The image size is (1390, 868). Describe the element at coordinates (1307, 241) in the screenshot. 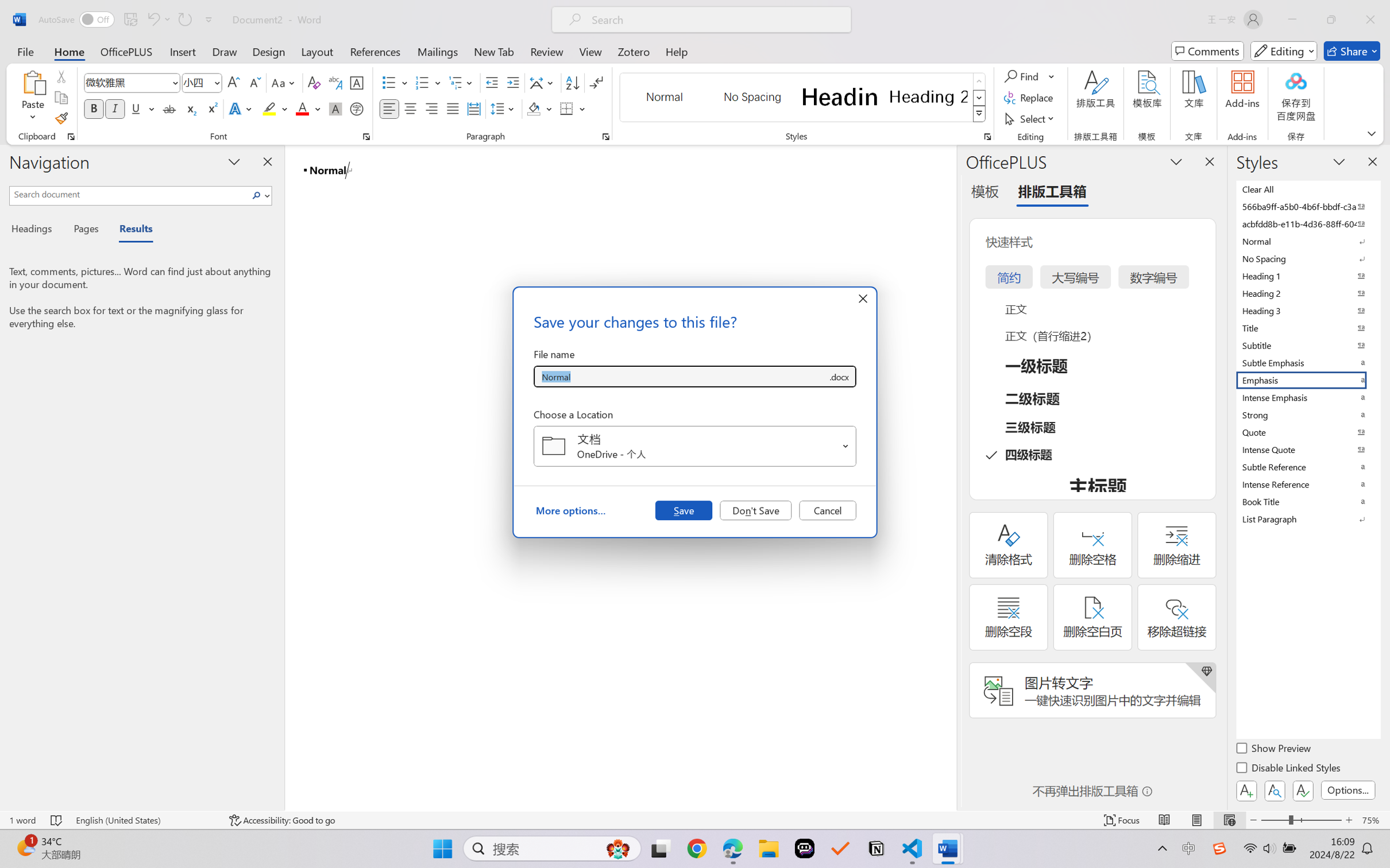

I see `'Normal'` at that location.